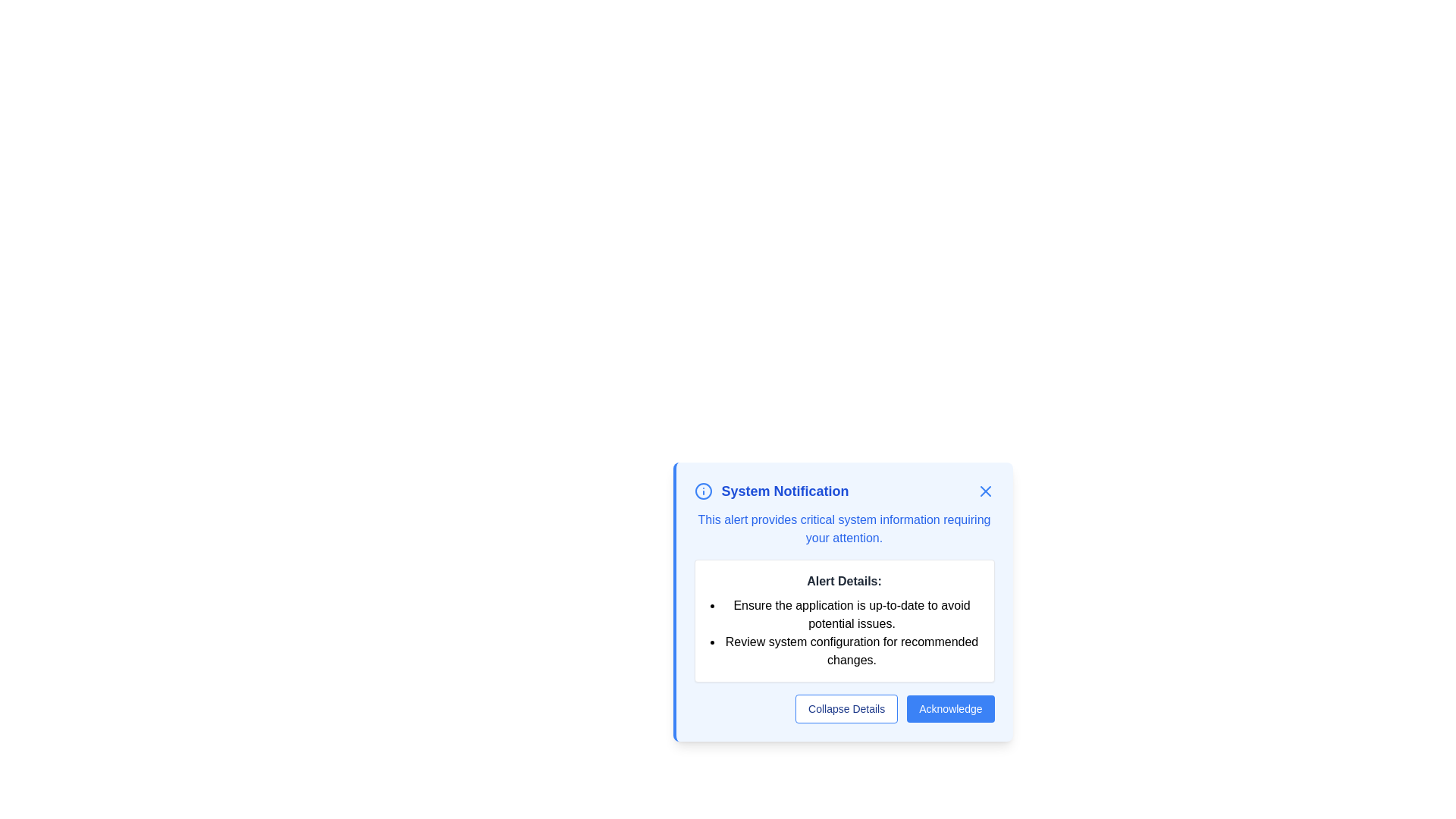 The width and height of the screenshot is (1456, 819). What do you see at coordinates (702, 491) in the screenshot?
I see `the circular blue information icon with an 'i' in the center, located to the left of the 'System Notification' text in the notification prompt` at bounding box center [702, 491].